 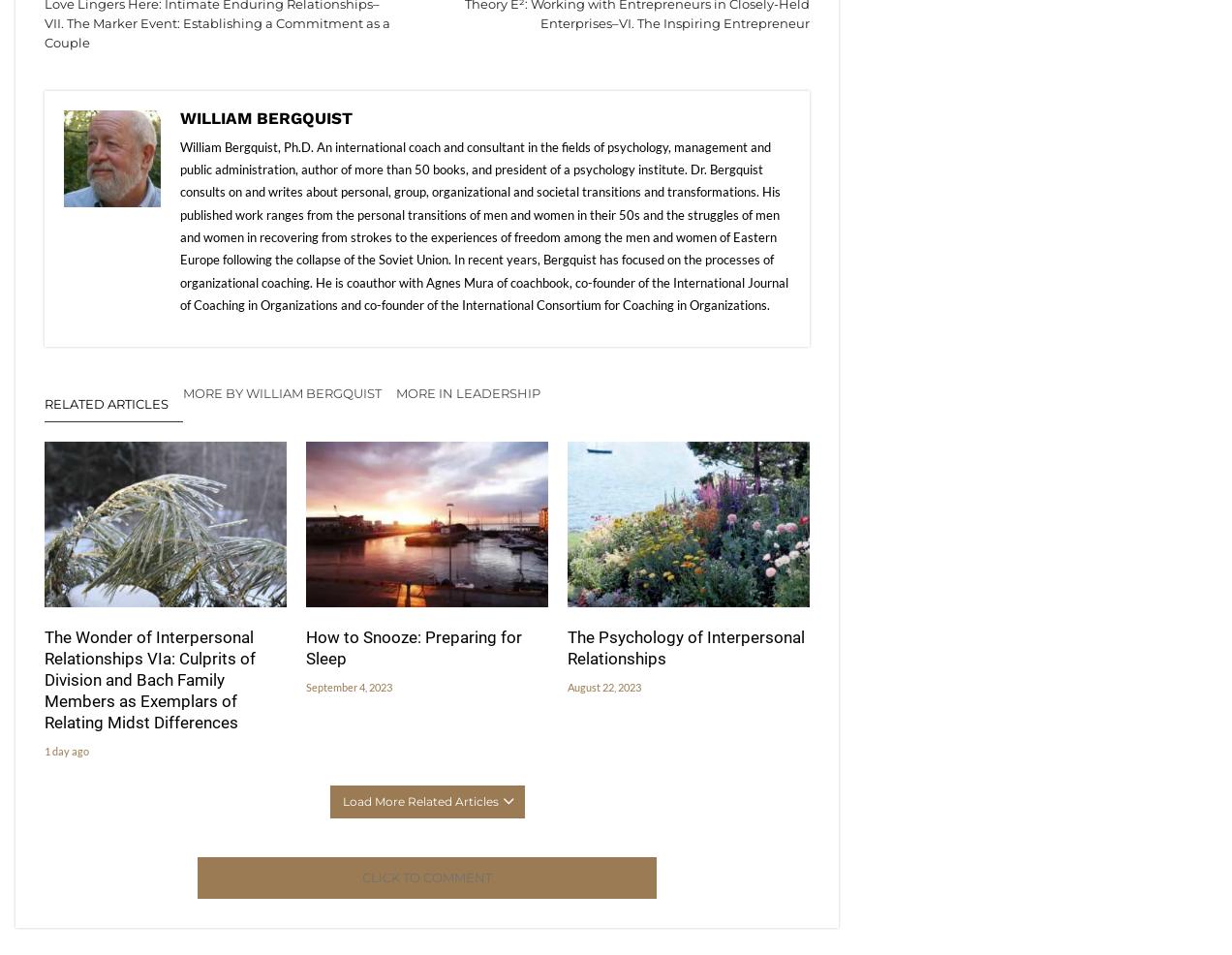 What do you see at coordinates (44, 402) in the screenshot?
I see `'Related Articles'` at bounding box center [44, 402].